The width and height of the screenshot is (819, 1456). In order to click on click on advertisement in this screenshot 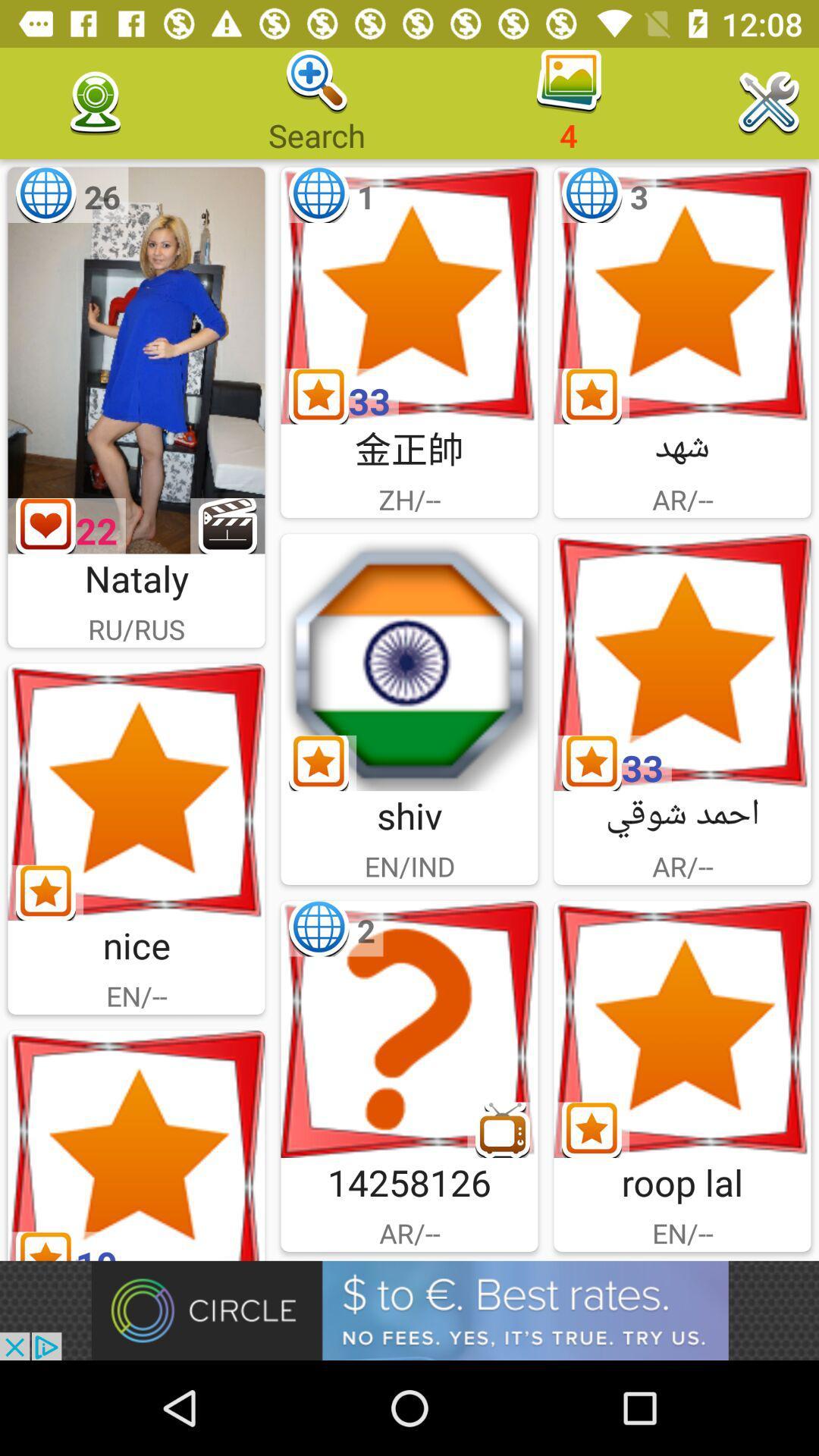, I will do `click(409, 1310)`.